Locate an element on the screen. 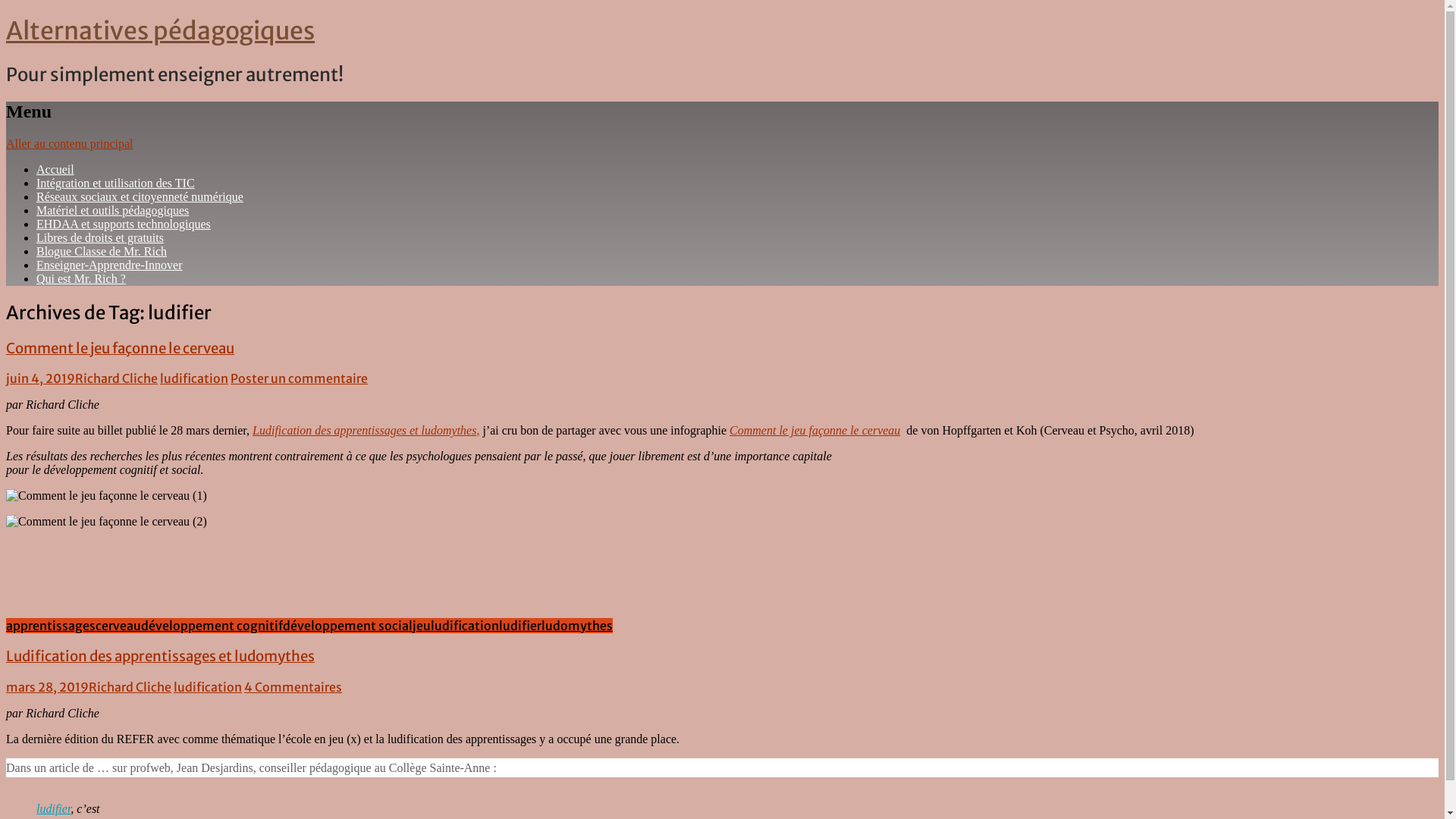 Image resolution: width=1456 pixels, height=819 pixels. 'mars 28, 2019' is located at coordinates (47, 687).